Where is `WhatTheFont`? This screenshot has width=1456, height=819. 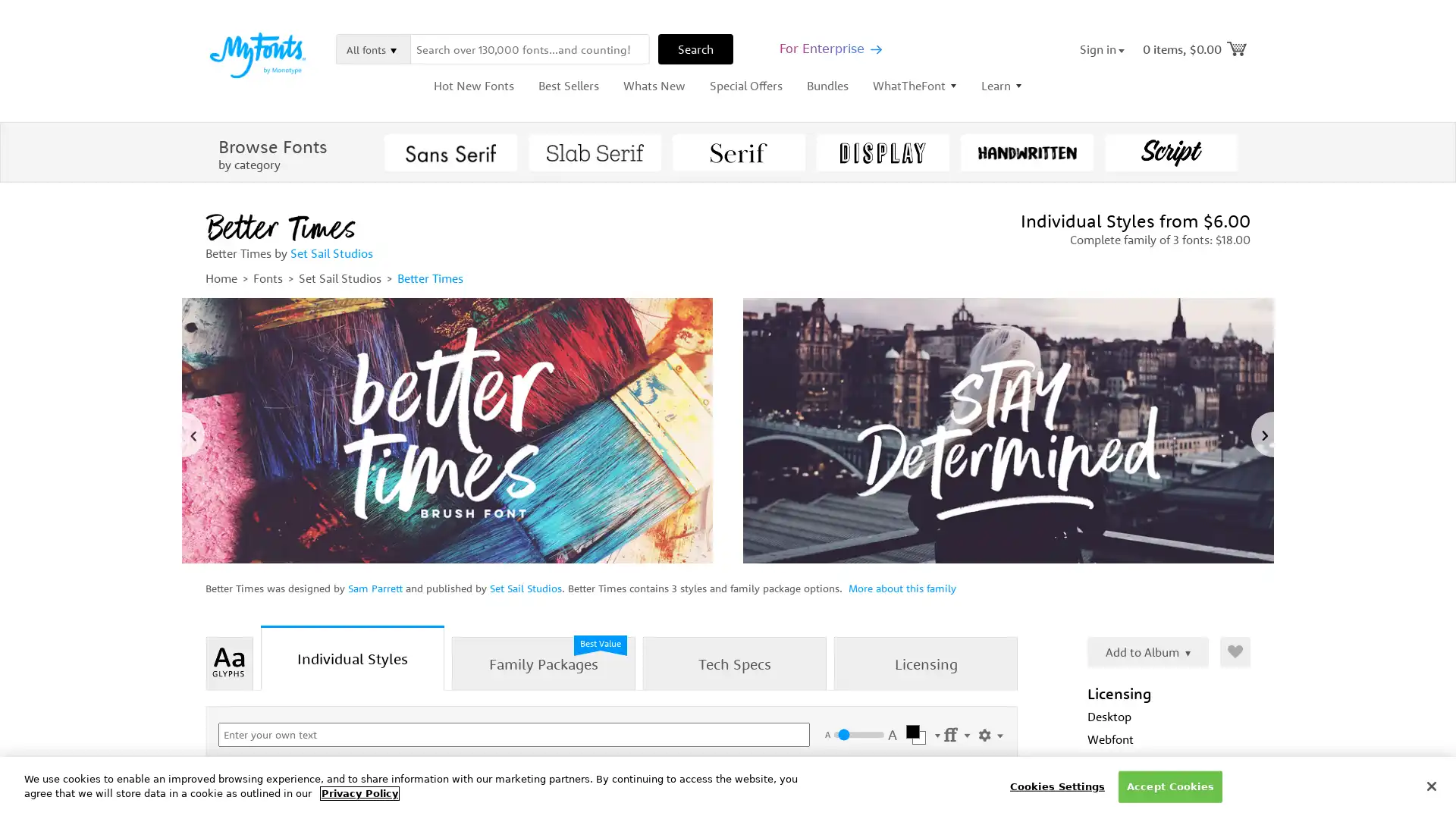
WhatTheFont is located at coordinates (914, 85).